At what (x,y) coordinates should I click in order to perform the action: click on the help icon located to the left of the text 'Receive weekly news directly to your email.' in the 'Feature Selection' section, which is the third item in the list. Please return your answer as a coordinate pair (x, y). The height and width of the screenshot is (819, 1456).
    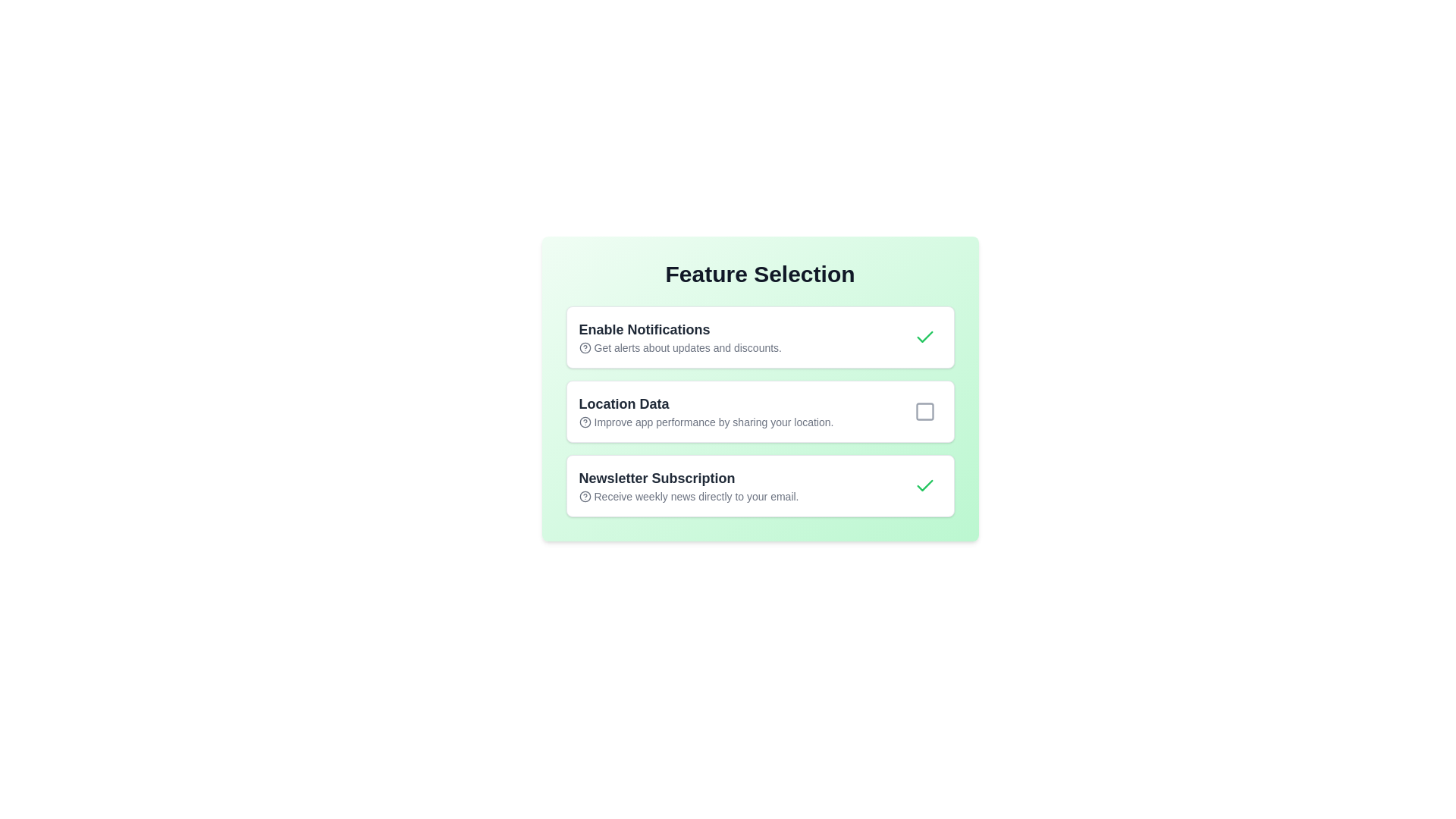
    Looking at the image, I should click on (584, 497).